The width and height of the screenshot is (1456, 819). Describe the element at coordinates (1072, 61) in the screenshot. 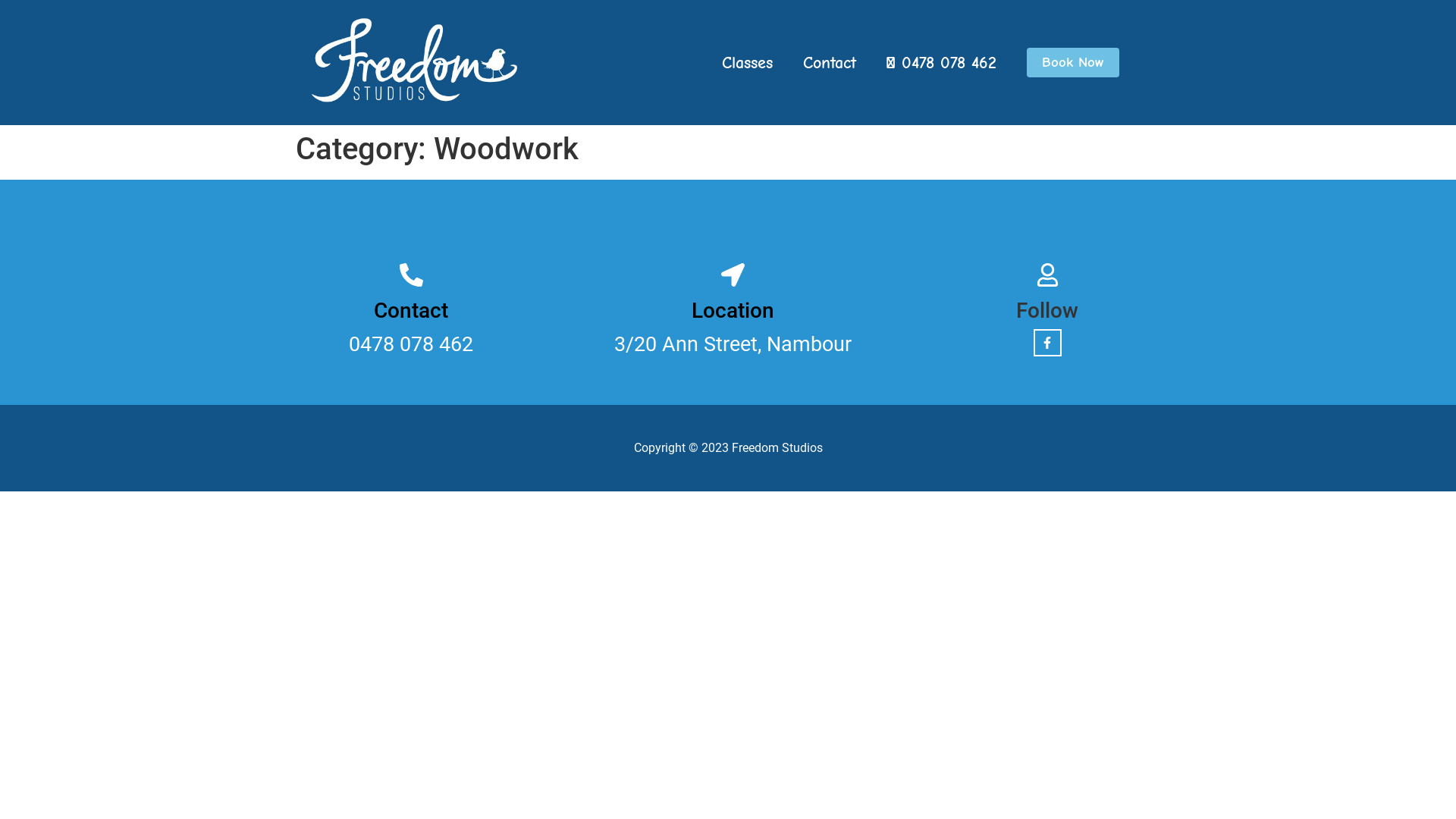

I see `'Book Now'` at that location.